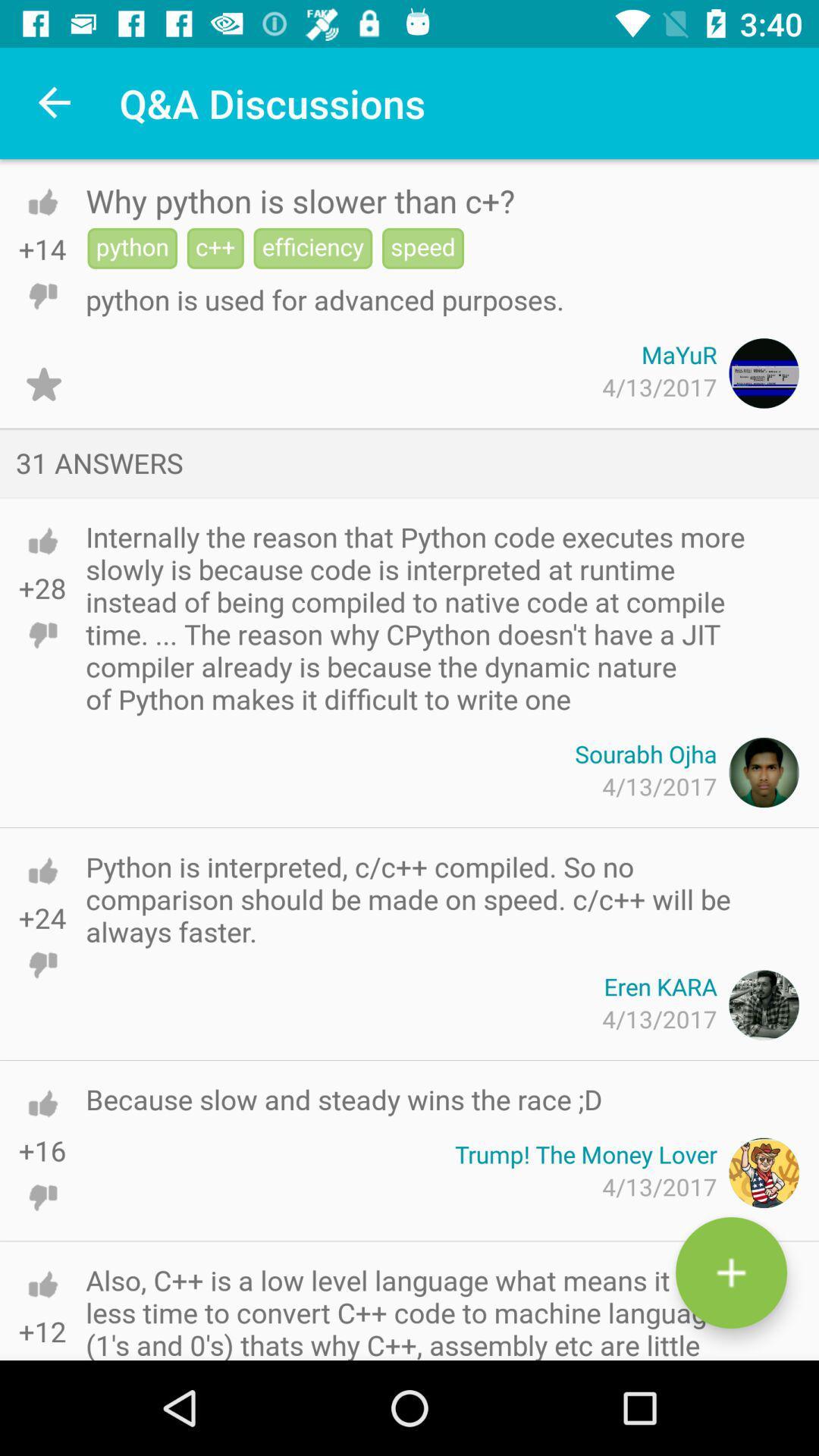 The image size is (819, 1456). Describe the element at coordinates (42, 384) in the screenshot. I see `current discussion` at that location.